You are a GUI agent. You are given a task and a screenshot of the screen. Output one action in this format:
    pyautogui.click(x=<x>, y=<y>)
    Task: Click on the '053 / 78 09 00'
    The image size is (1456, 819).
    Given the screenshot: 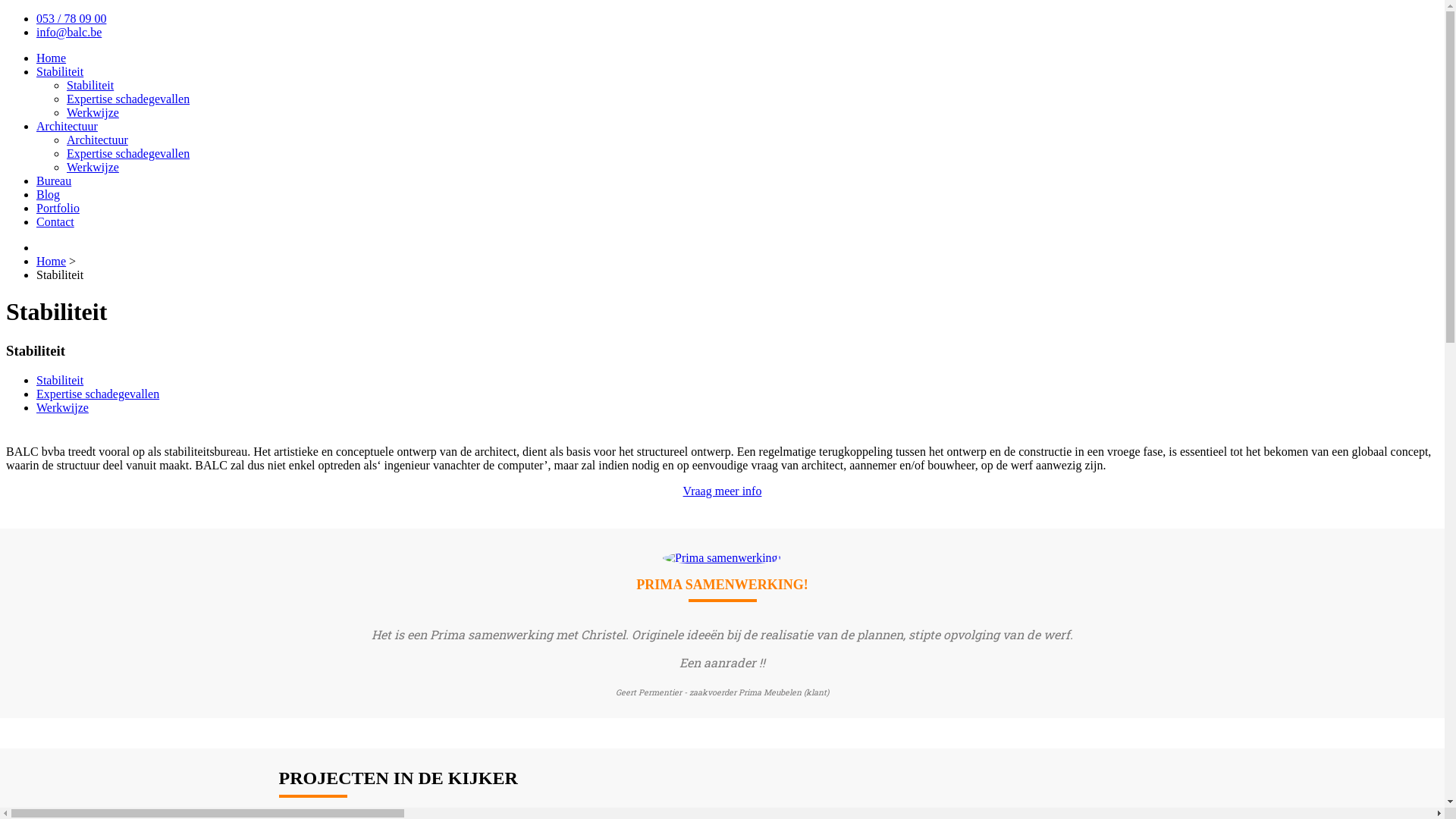 What is the action you would take?
    pyautogui.click(x=36, y=18)
    